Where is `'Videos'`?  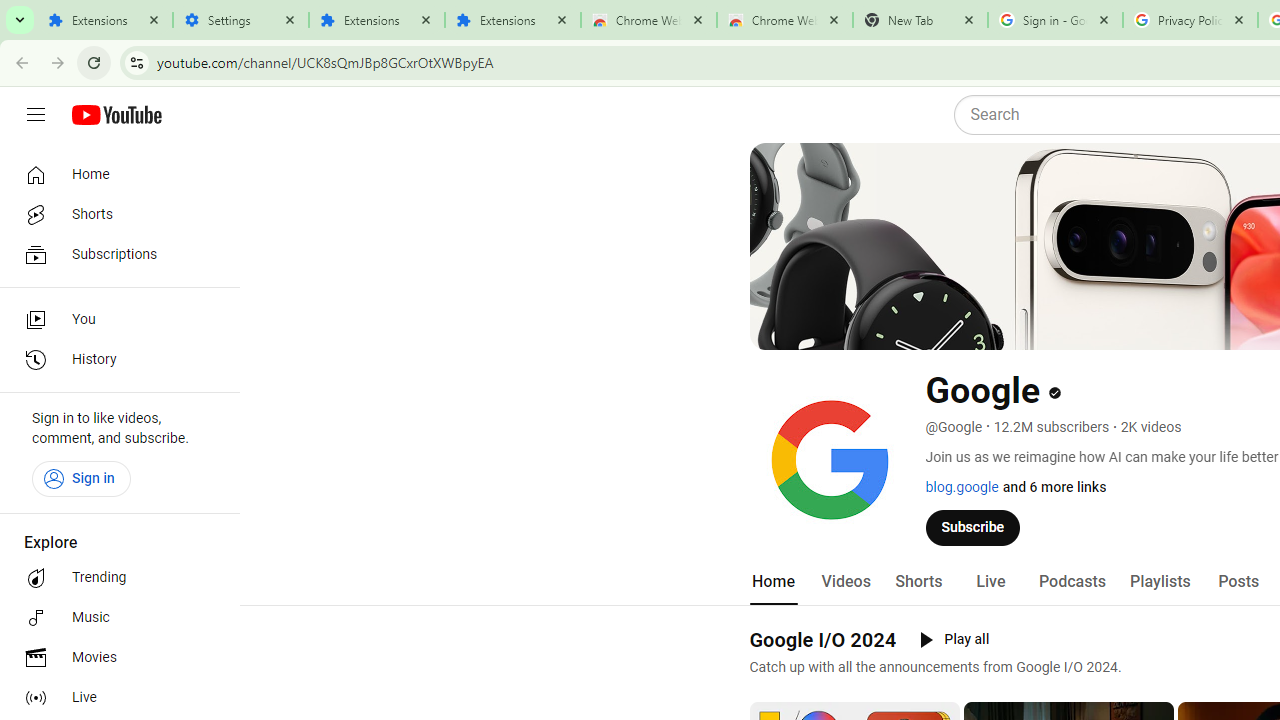 'Videos' is located at coordinates (845, 581).